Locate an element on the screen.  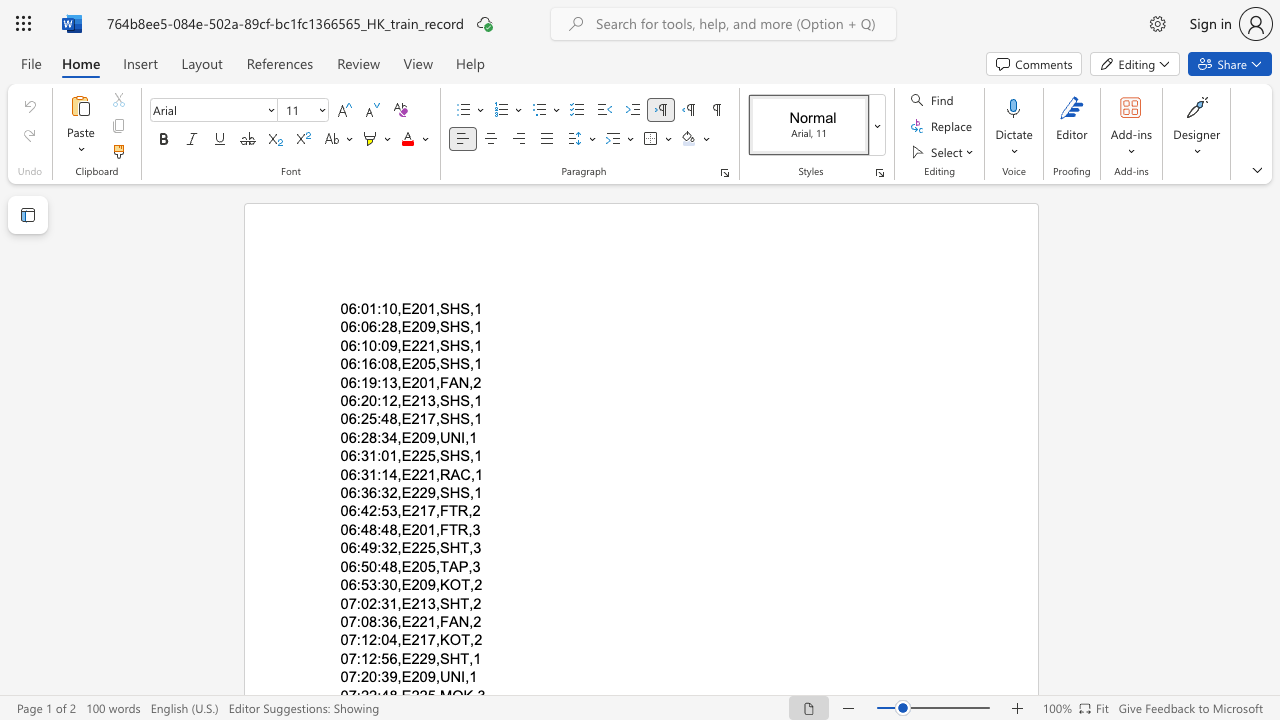
the subset text ",E221," within the text "07:08:36,E221,FAN,2" is located at coordinates (397, 620).